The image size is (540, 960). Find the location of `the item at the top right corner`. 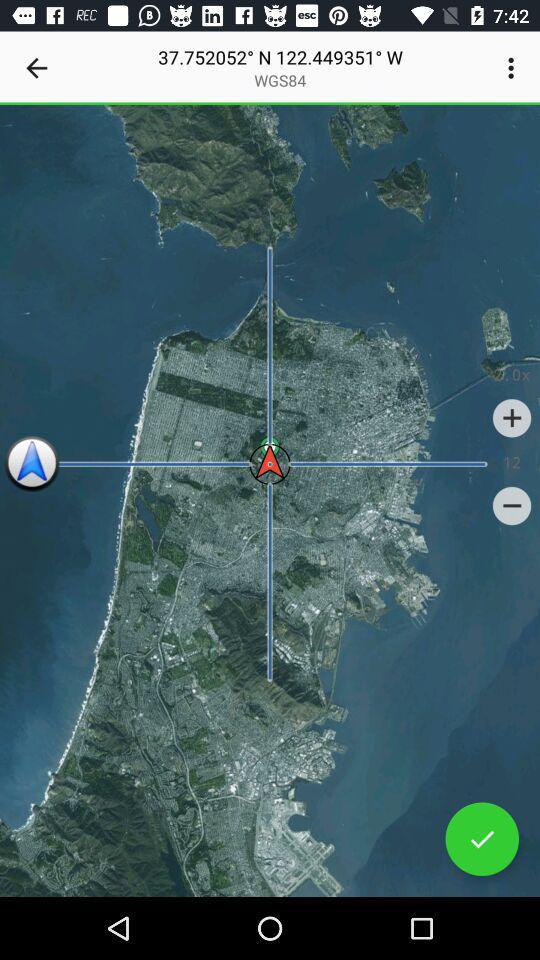

the item at the top right corner is located at coordinates (513, 68).